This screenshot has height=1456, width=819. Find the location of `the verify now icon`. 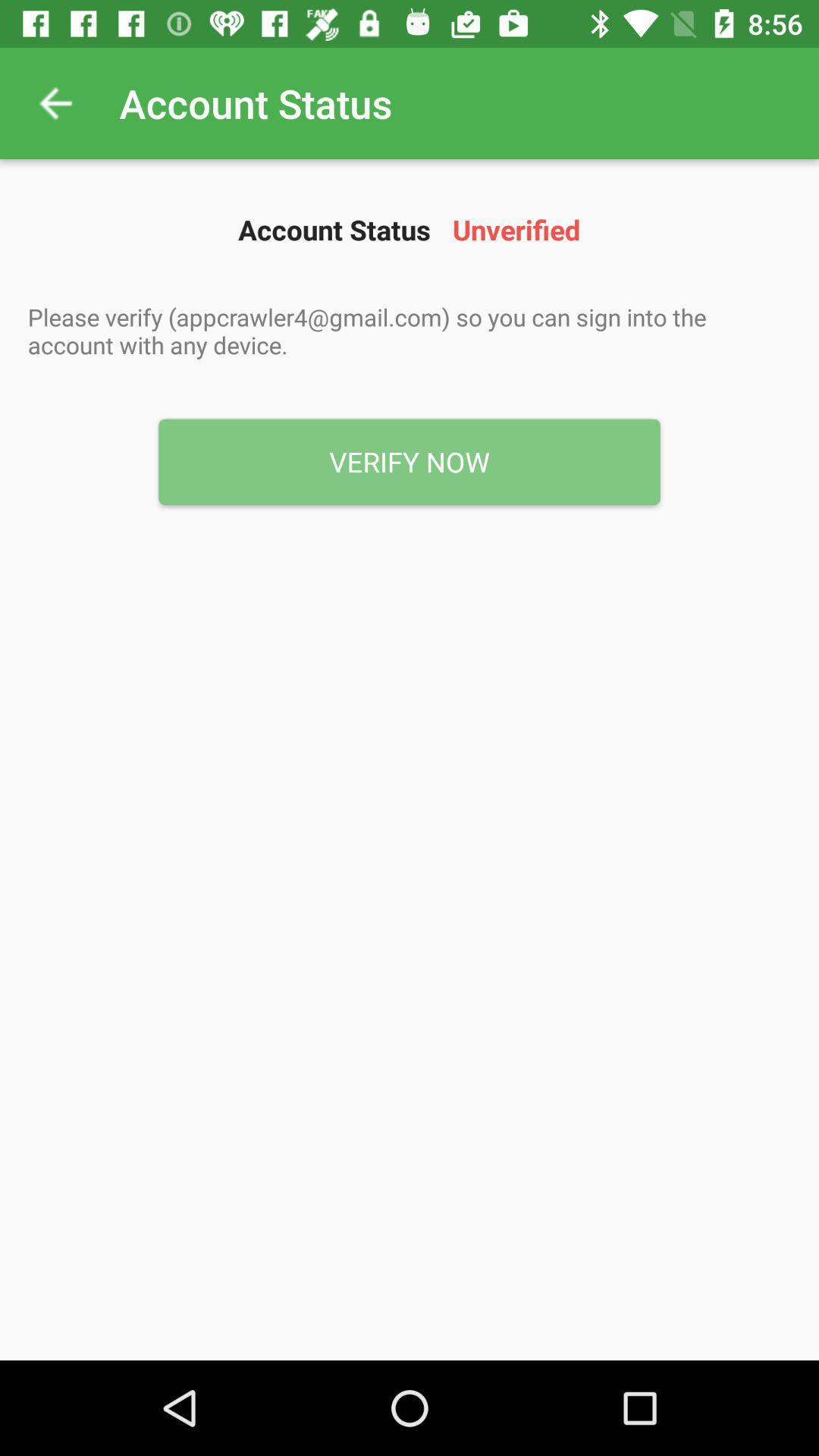

the verify now icon is located at coordinates (409, 461).